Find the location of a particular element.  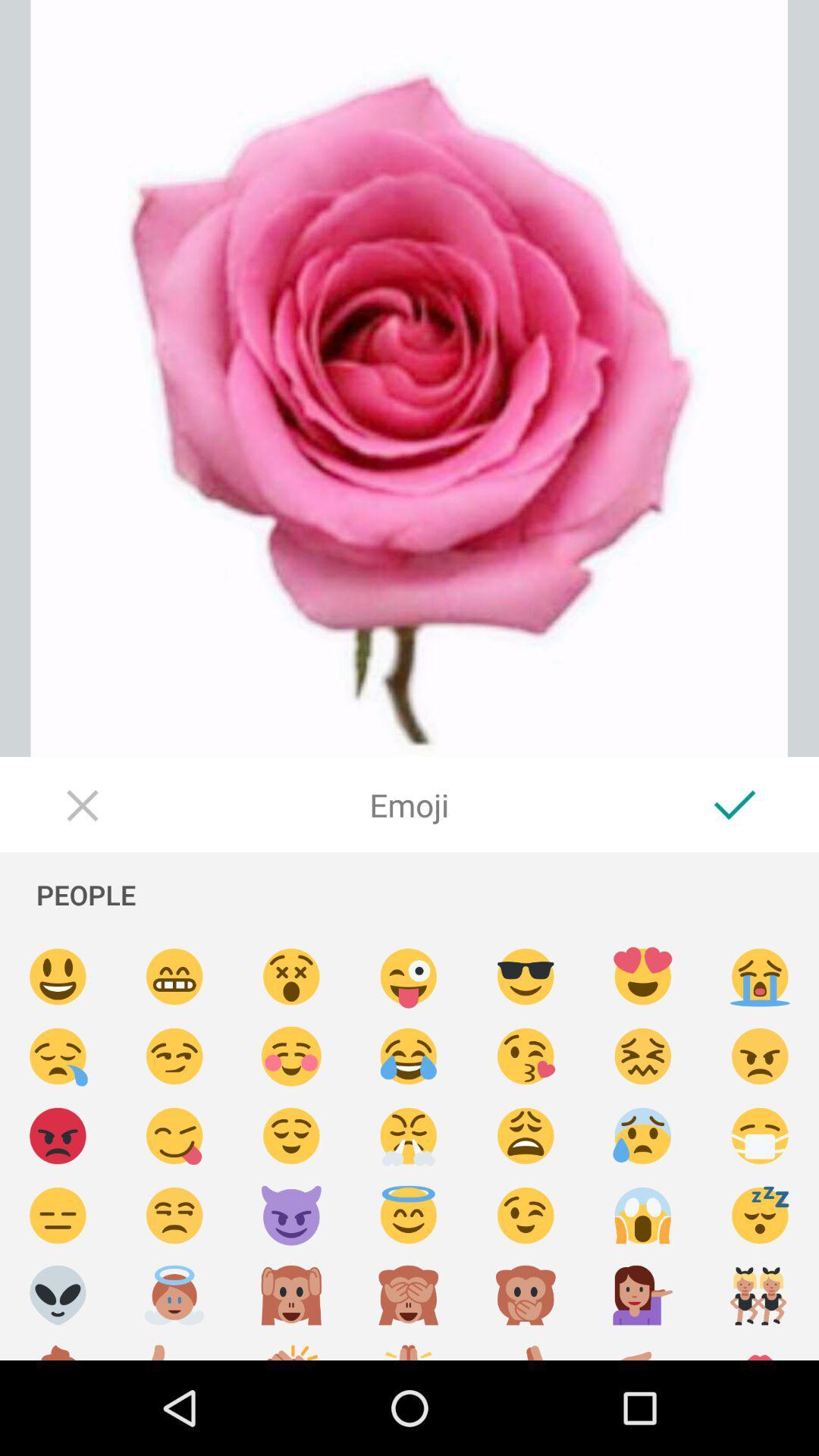

emoji is located at coordinates (408, 1294).